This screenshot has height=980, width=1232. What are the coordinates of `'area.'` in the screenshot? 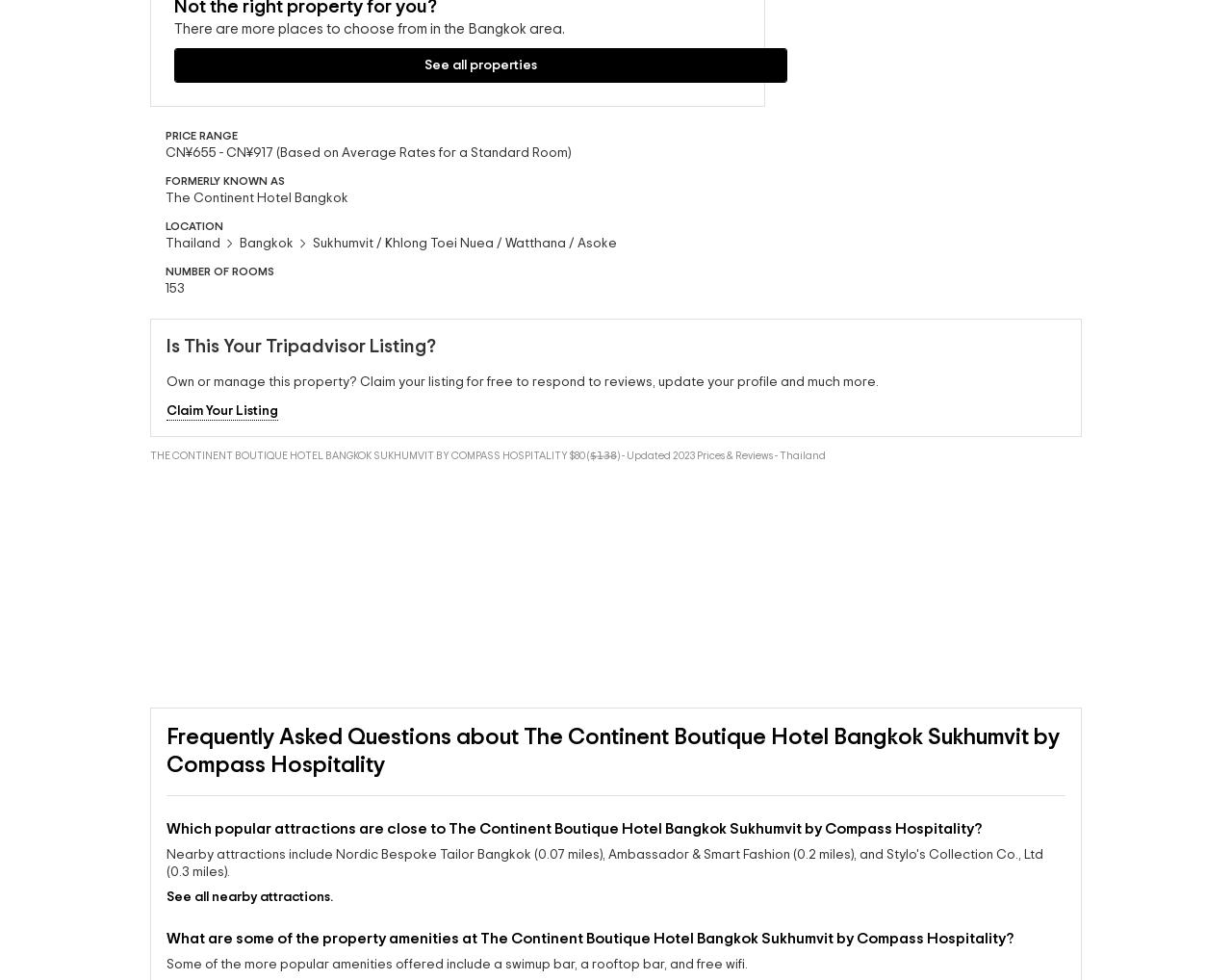 It's located at (251, 95).